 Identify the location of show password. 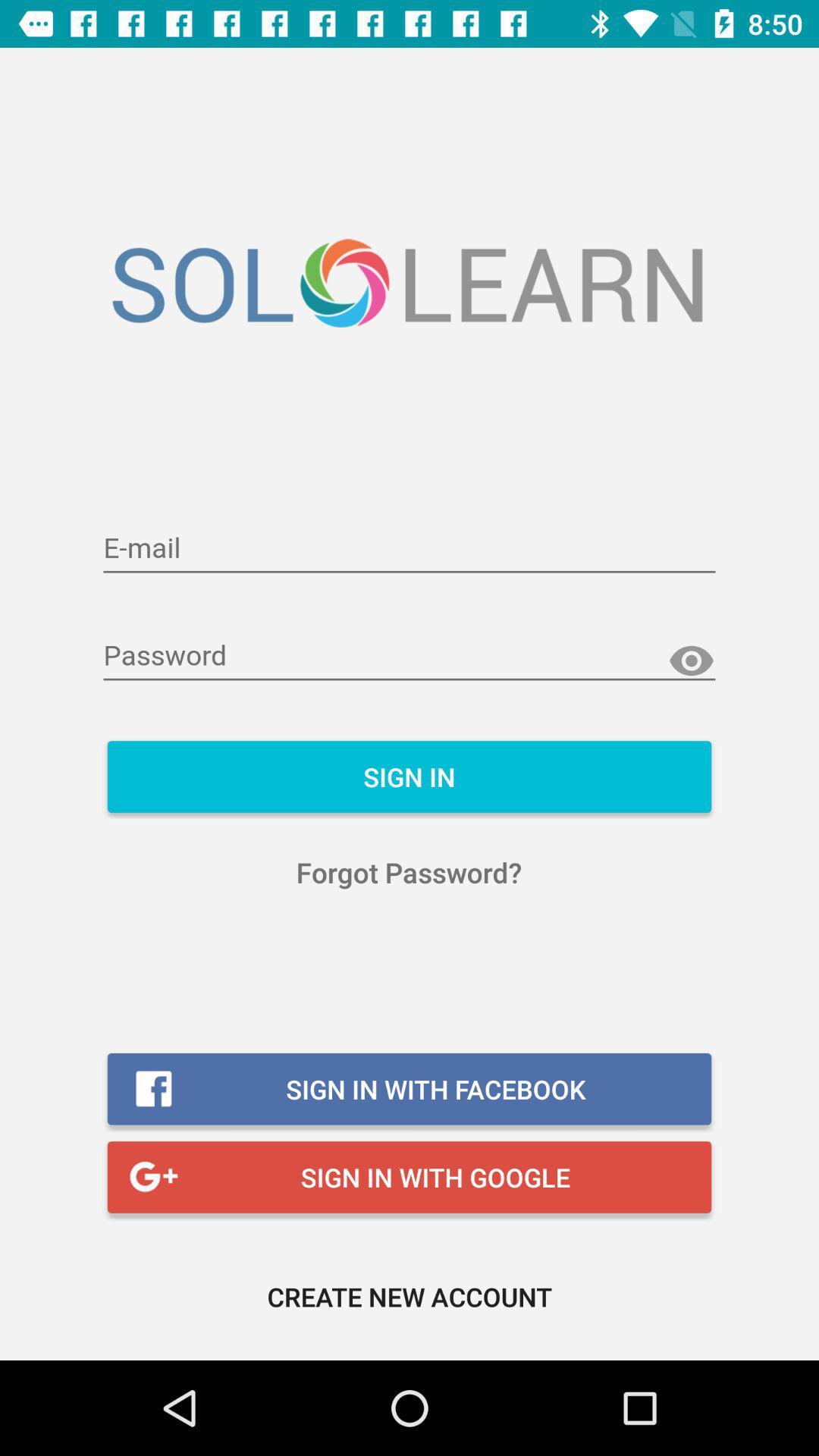
(691, 661).